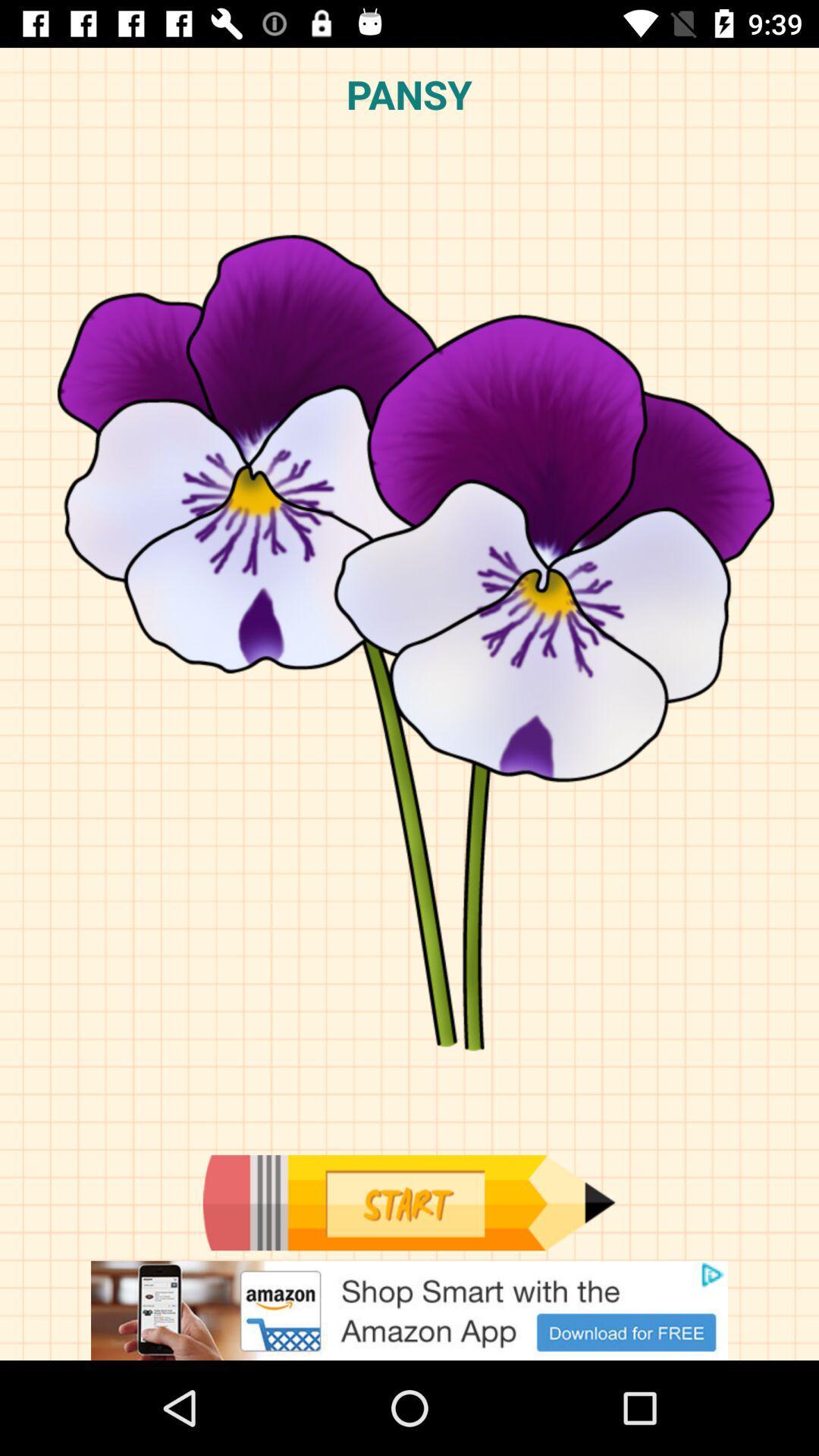 This screenshot has height=1456, width=819. I want to click on start to draw, so click(408, 1202).